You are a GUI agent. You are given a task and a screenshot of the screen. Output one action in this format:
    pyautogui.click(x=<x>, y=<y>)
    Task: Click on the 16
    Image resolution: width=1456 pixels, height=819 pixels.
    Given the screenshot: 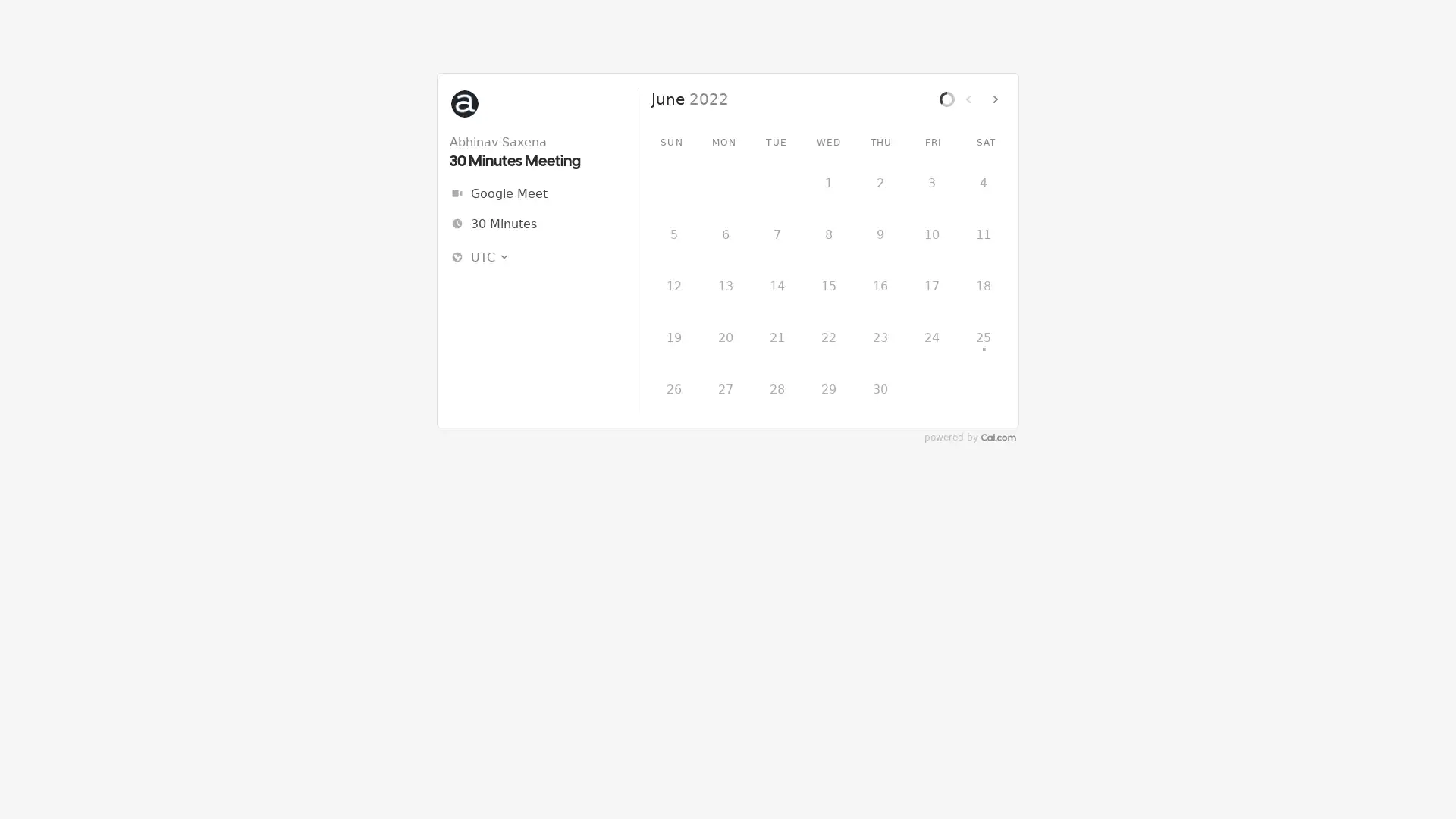 What is the action you would take?
    pyautogui.click(x=880, y=286)
    